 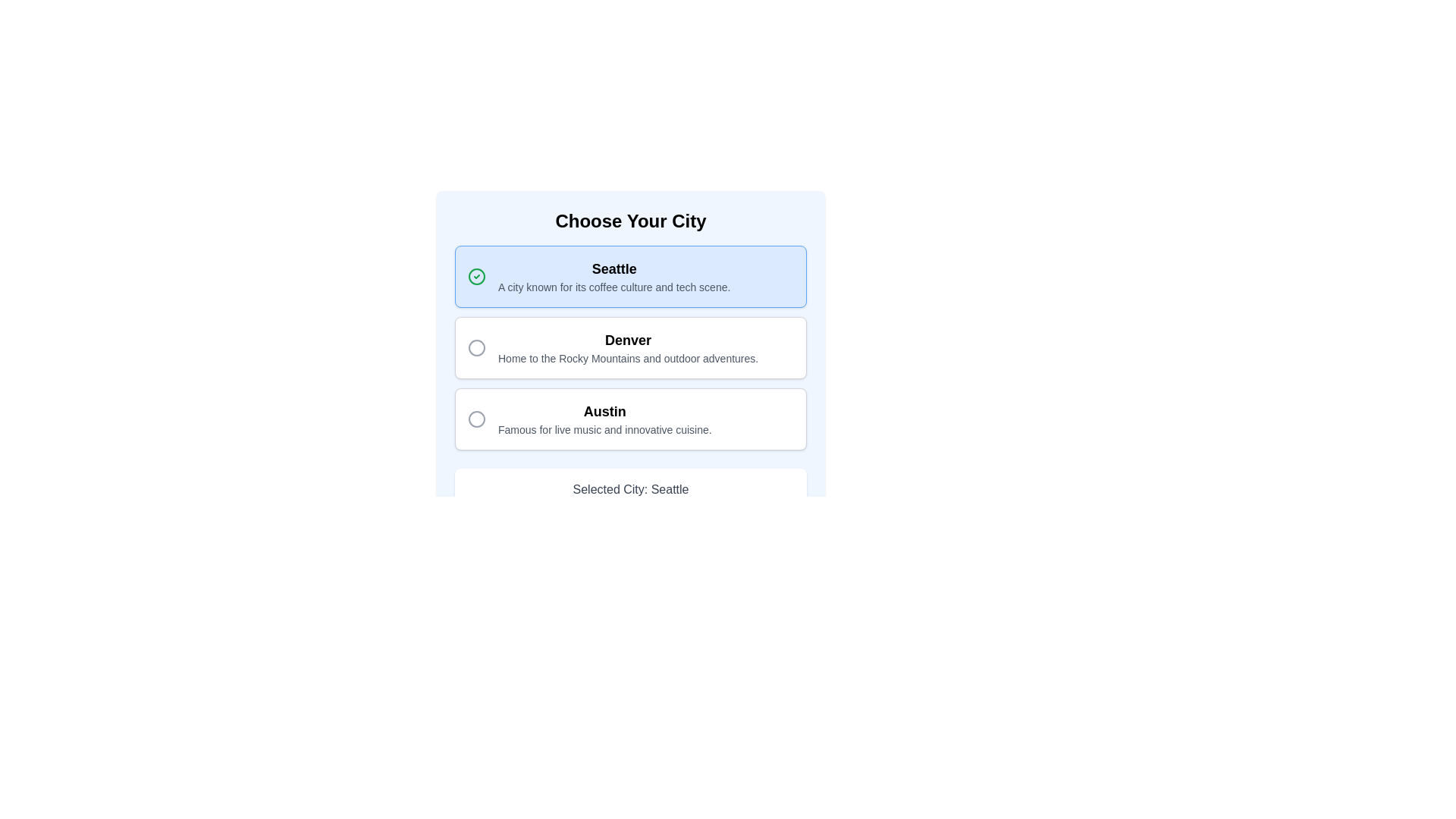 I want to click on the surrounding radio button for the city option 'Austin', which is displayed in a bold font above a descriptive text about the city, so click(x=604, y=419).